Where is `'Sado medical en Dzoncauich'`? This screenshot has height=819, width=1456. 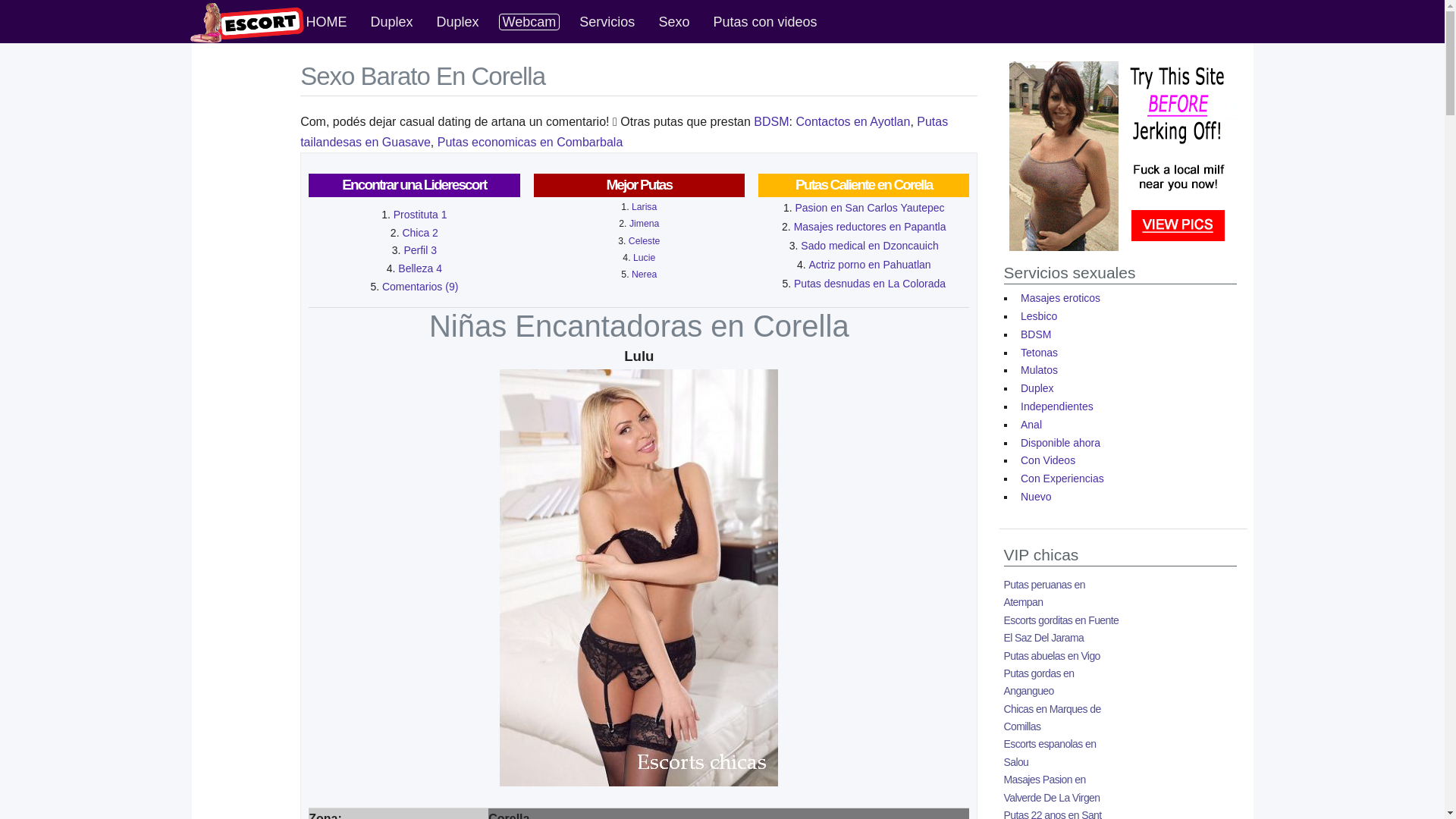 'Sado medical en Dzoncauich' is located at coordinates (800, 245).